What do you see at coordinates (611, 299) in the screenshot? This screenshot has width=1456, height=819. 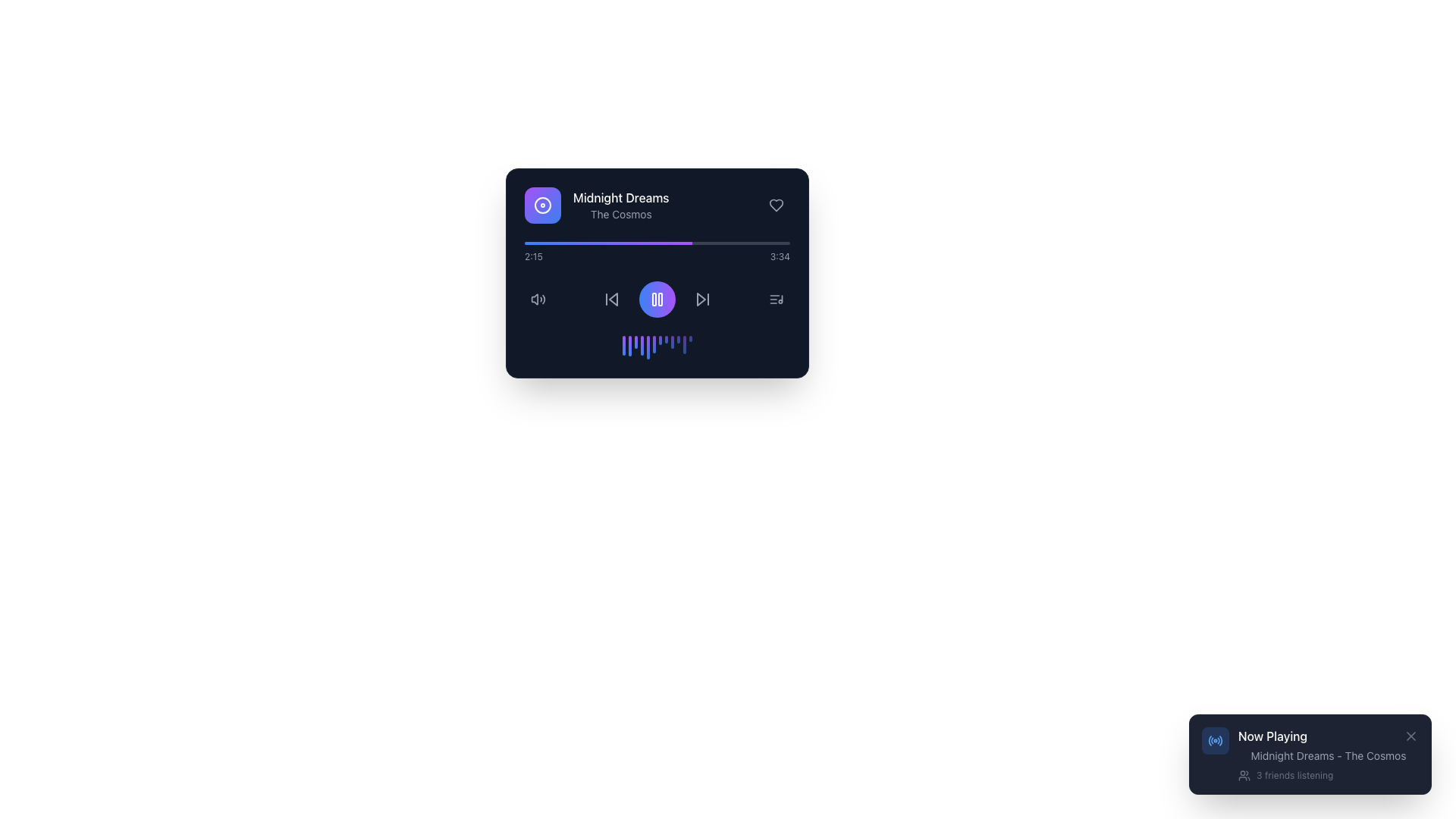 I see `the backward skip control button, which is a gray button with a triangular symbol pointing to the left, located in the bottom section of the audio player interface, specifically positioned between the sound control icon and the play/pause button, to skip to the previous track` at bounding box center [611, 299].